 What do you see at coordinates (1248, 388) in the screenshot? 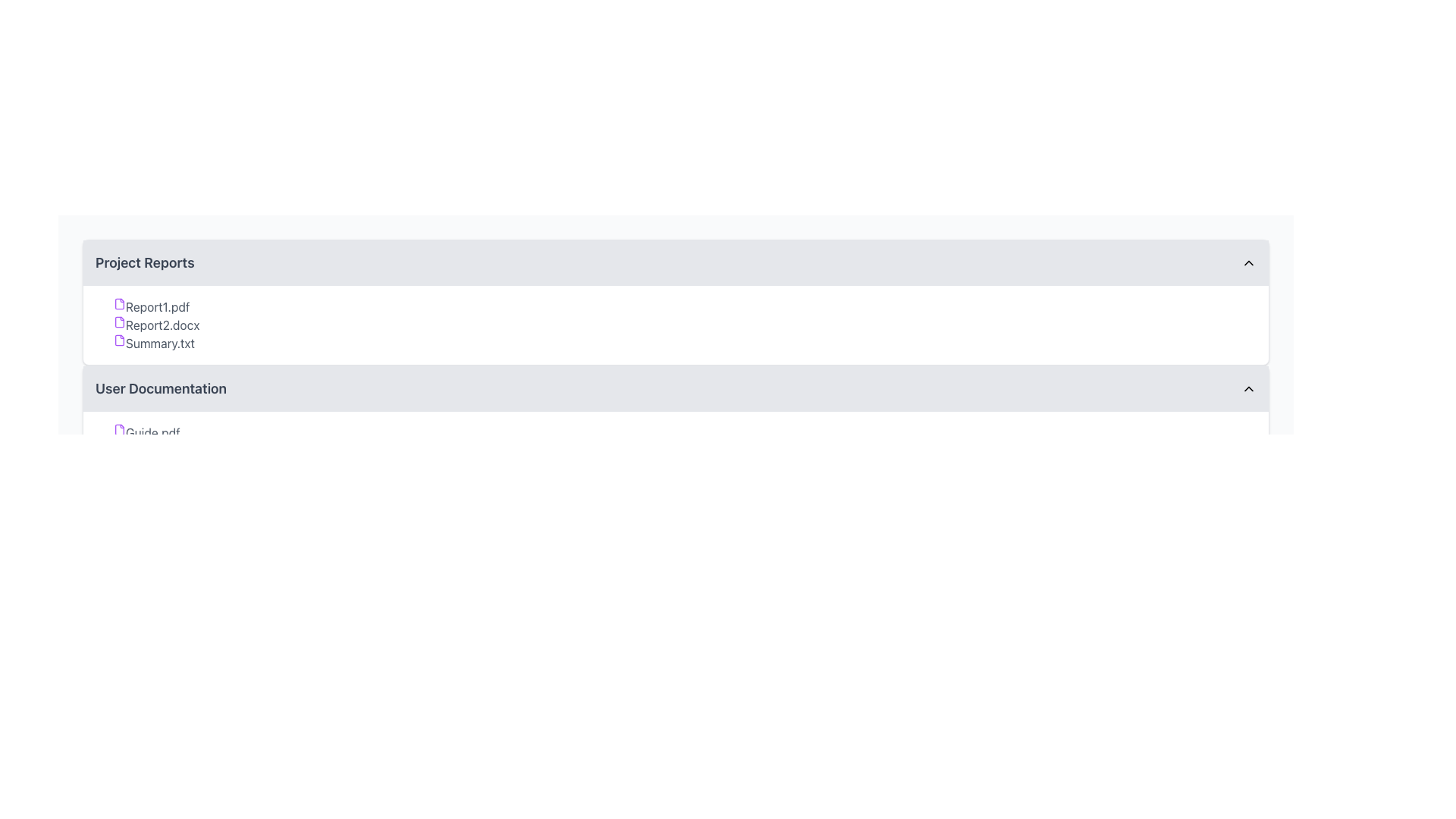
I see `the toggle button (chevron icon) located at the rightmost corner of the 'User Documentation' header` at bounding box center [1248, 388].